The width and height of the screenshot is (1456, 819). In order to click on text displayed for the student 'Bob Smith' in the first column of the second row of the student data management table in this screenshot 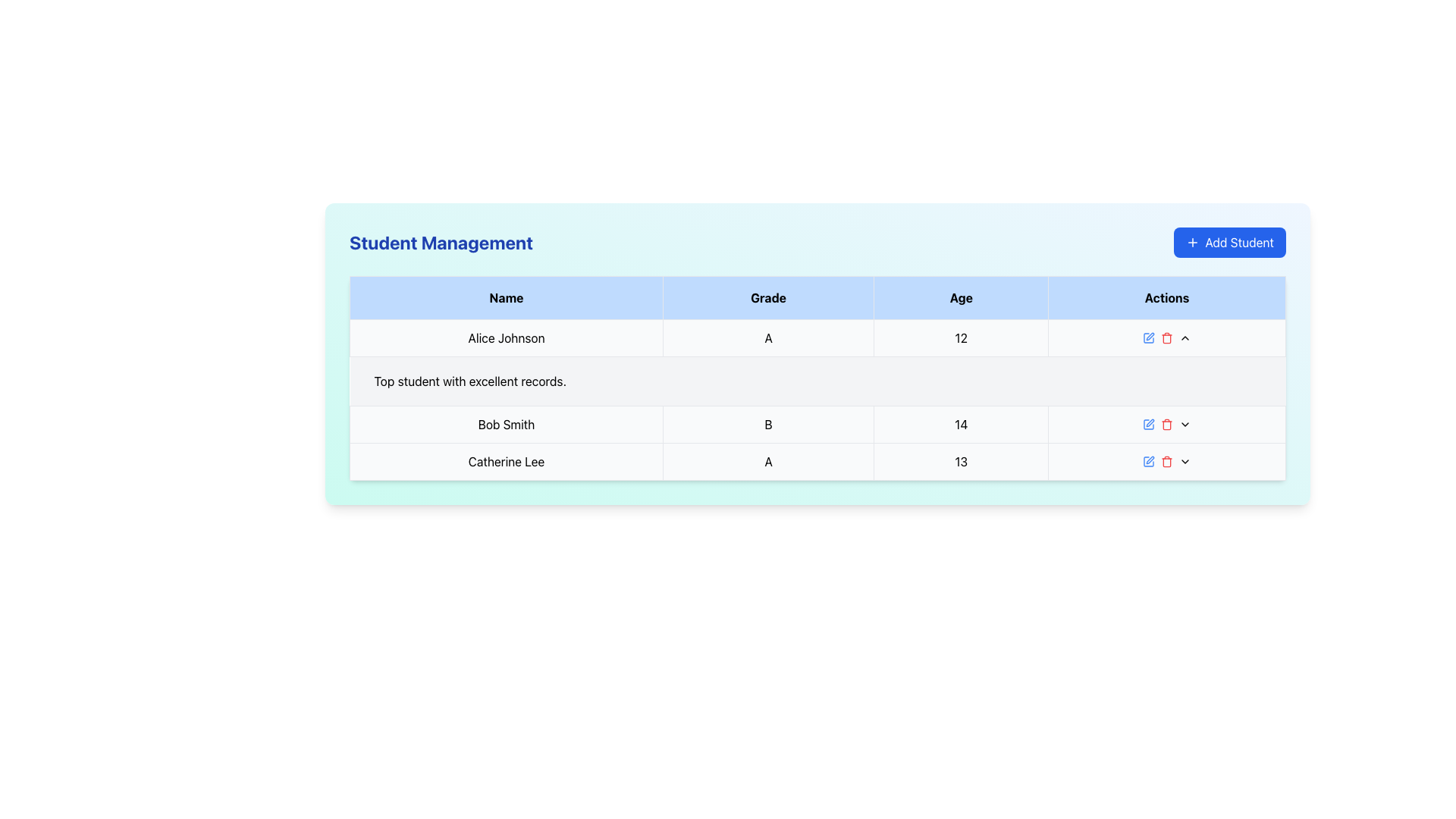, I will do `click(506, 424)`.